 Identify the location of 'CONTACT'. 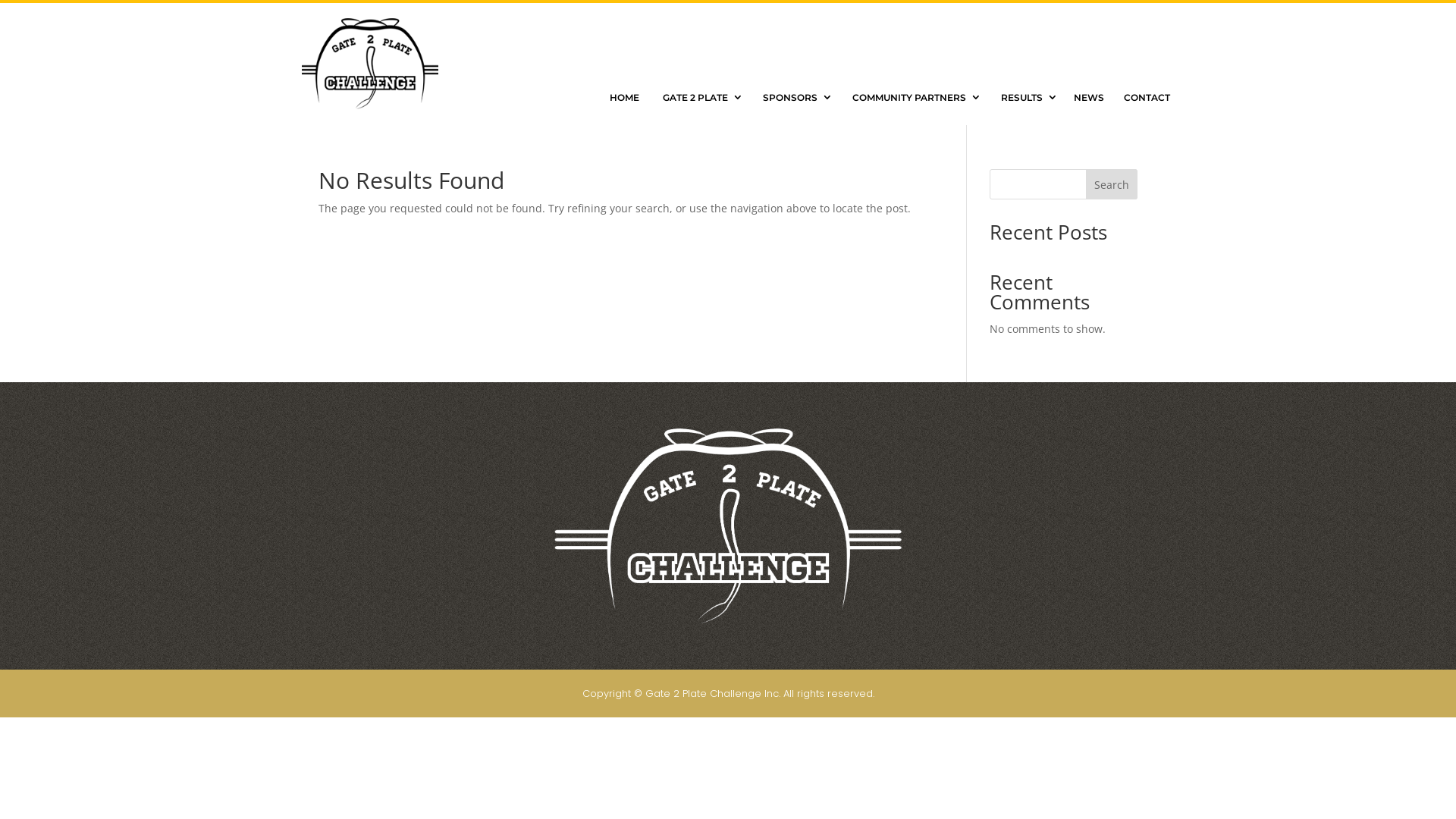
(1147, 97).